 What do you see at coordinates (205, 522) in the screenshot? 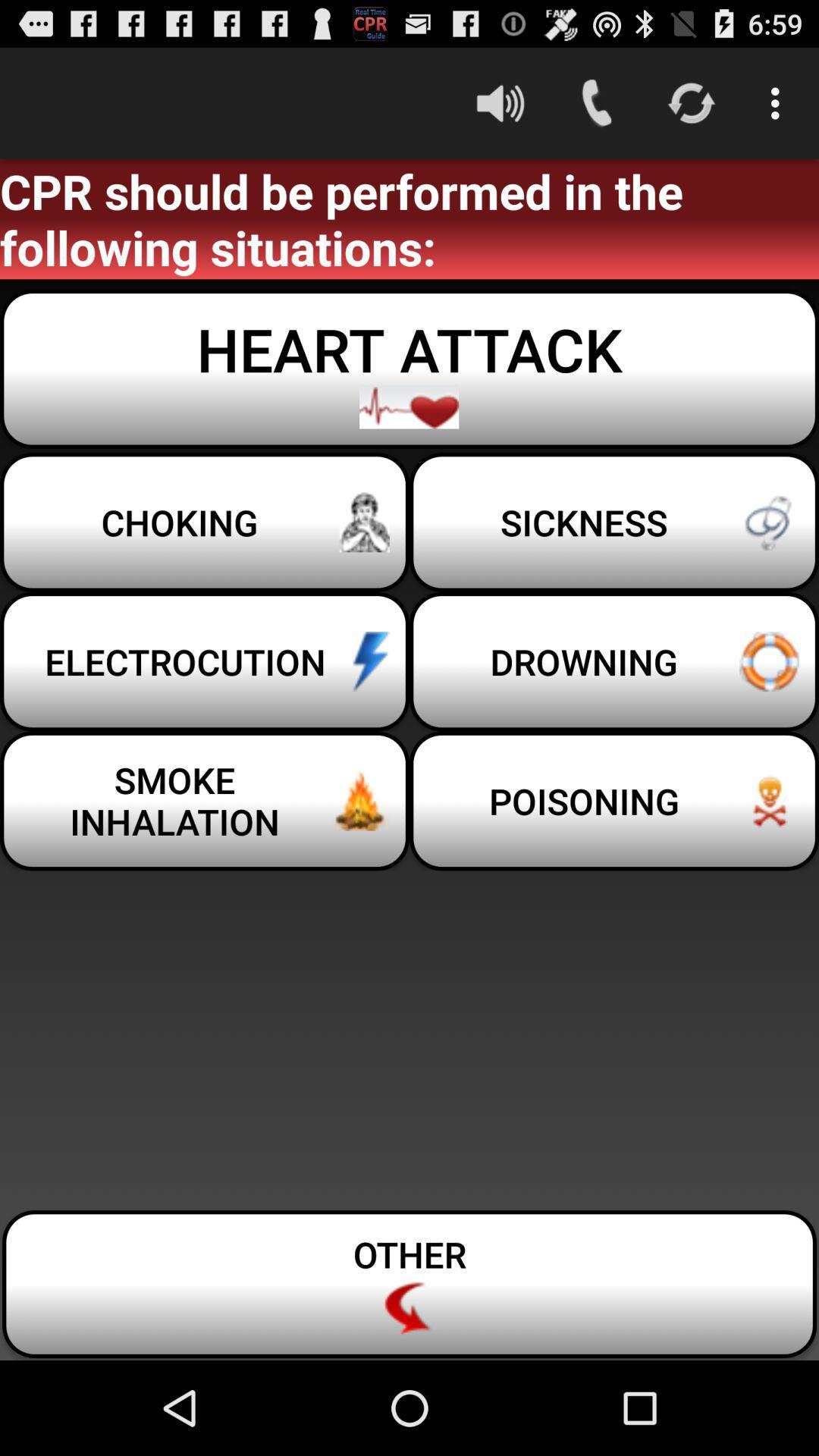
I see `item below heart attack item` at bounding box center [205, 522].